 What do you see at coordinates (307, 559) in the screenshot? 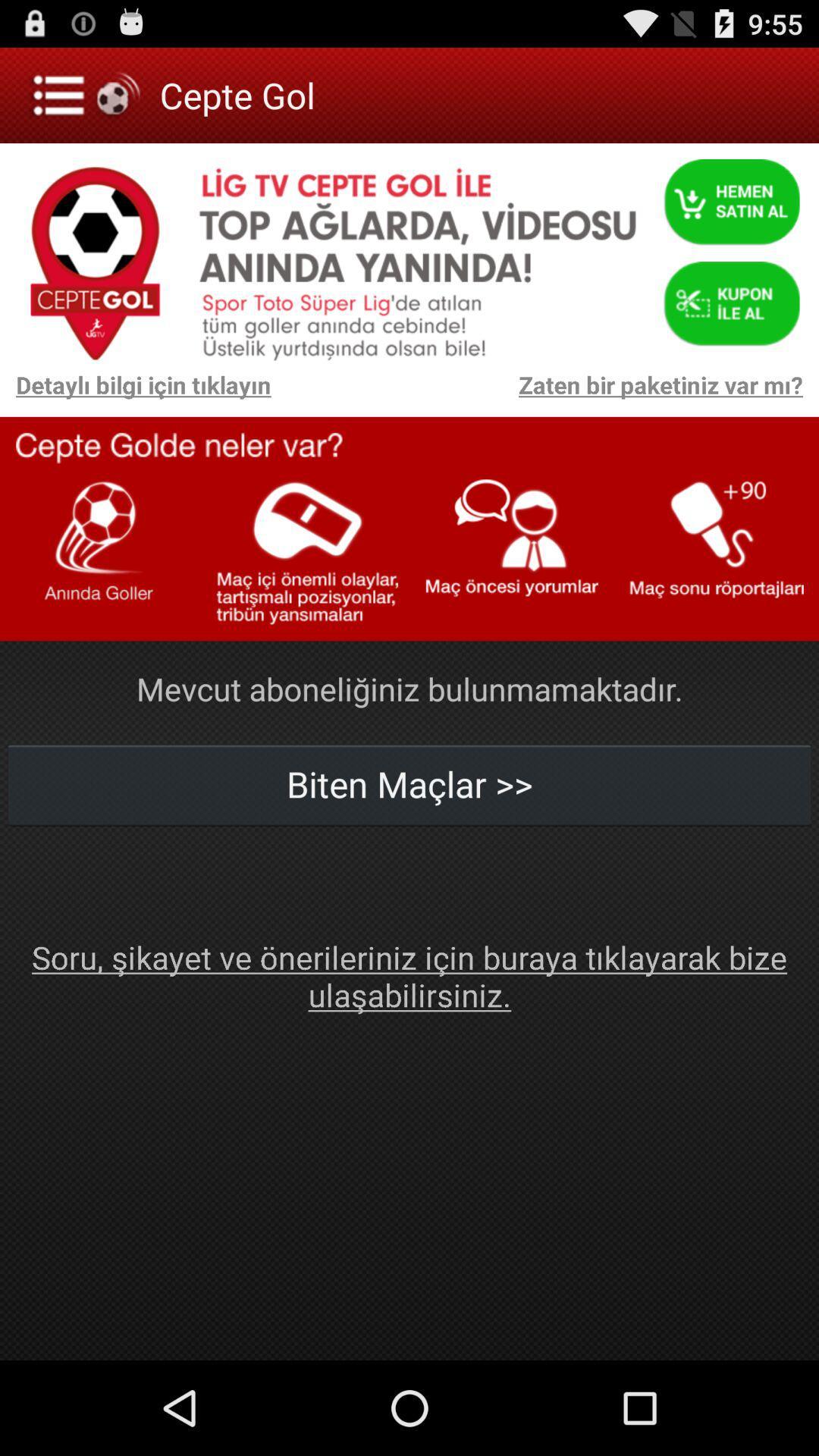
I see `the second option from left` at bounding box center [307, 559].